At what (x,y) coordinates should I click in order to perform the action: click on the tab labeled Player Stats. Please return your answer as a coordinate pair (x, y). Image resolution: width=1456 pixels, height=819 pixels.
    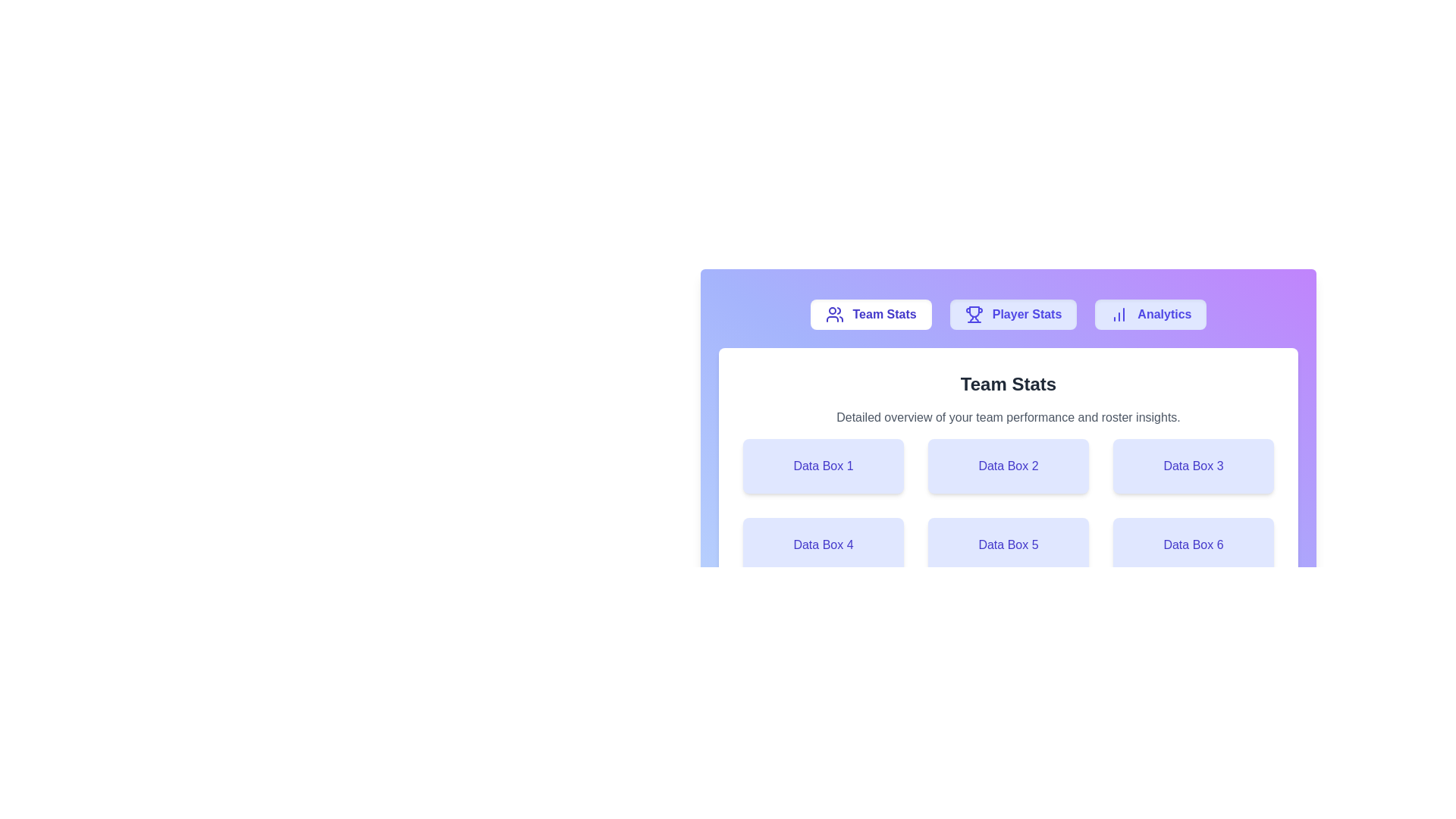
    Looking at the image, I should click on (1013, 314).